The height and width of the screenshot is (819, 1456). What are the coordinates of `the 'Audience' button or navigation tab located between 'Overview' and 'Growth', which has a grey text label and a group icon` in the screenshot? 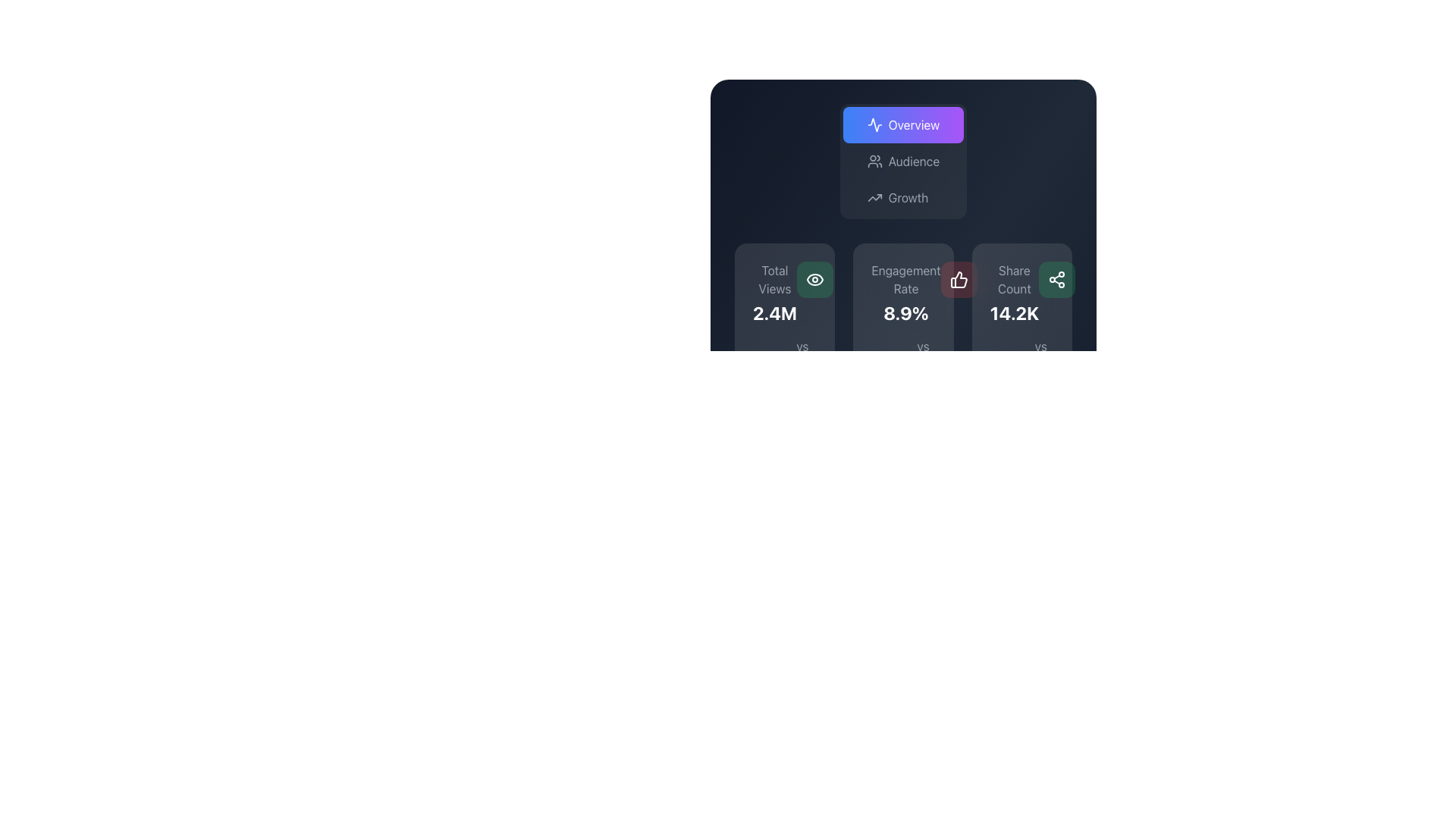 It's located at (903, 161).